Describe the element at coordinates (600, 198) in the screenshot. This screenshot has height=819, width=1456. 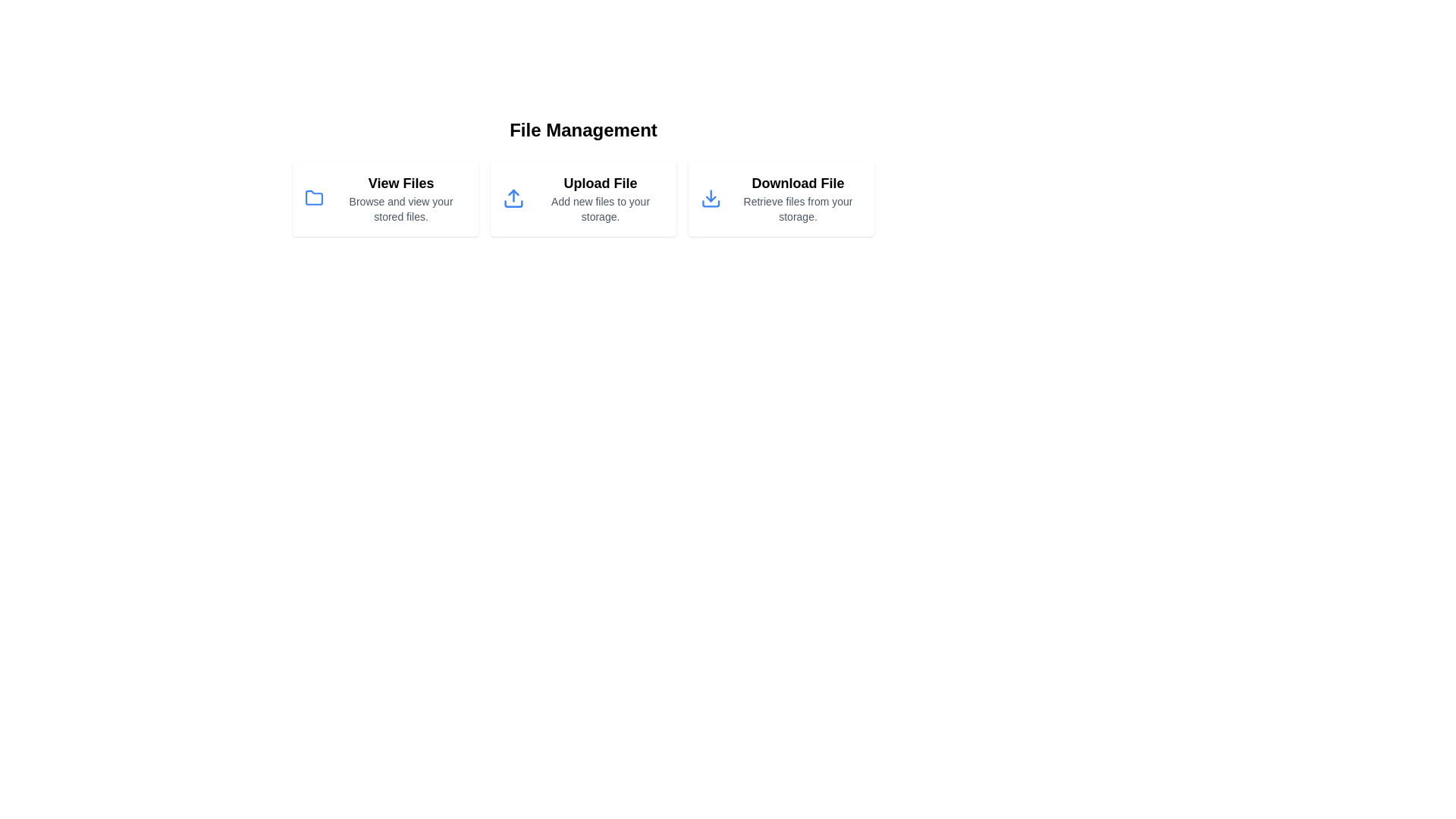
I see `information presented in the text label titled 'Upload File' which includes the subtitle 'Add new files to your storage.'` at that location.